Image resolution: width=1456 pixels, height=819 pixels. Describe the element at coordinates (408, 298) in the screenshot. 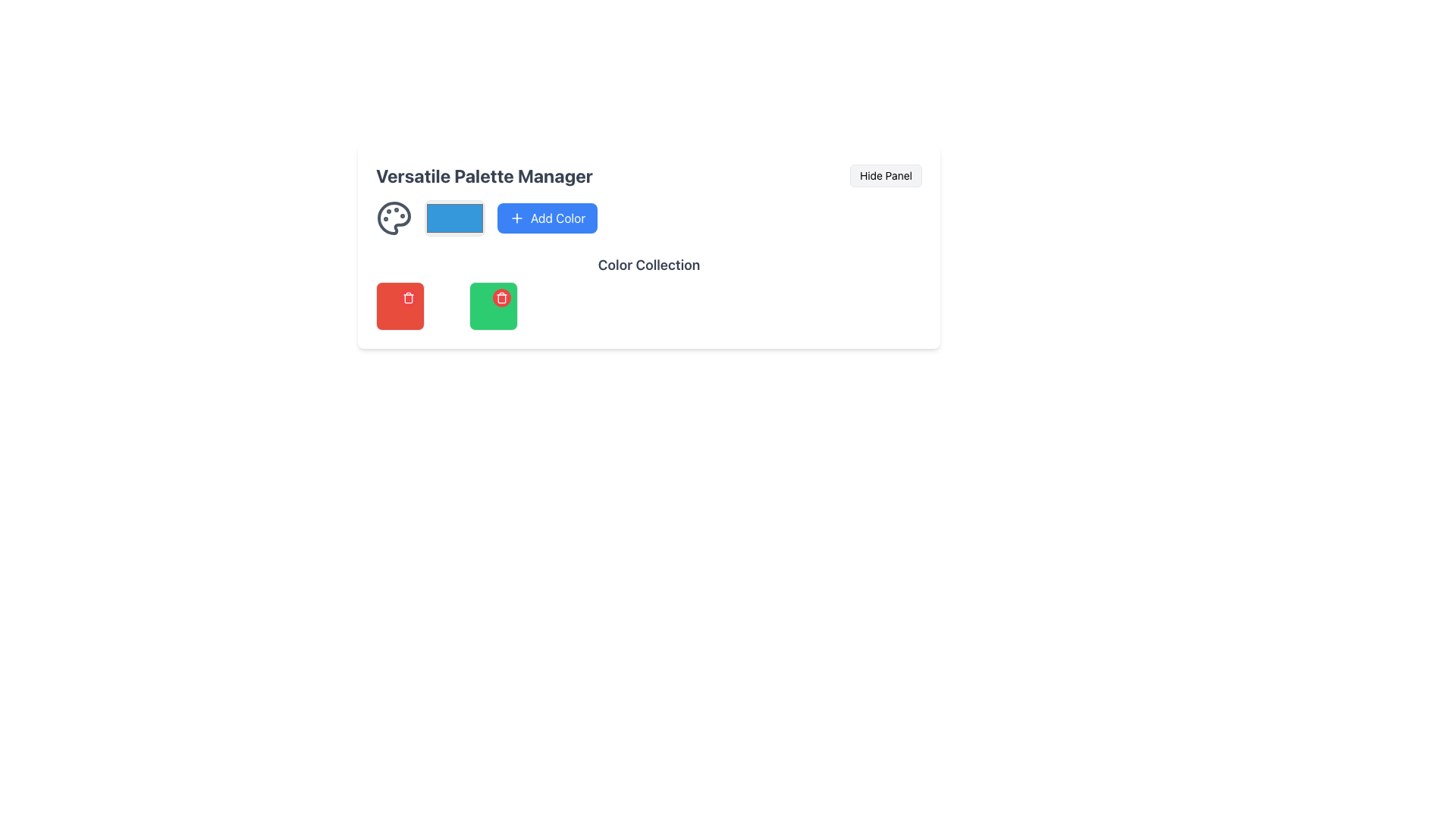

I see `the delete button located at the upper-right corner of the red rectangular card` at that location.